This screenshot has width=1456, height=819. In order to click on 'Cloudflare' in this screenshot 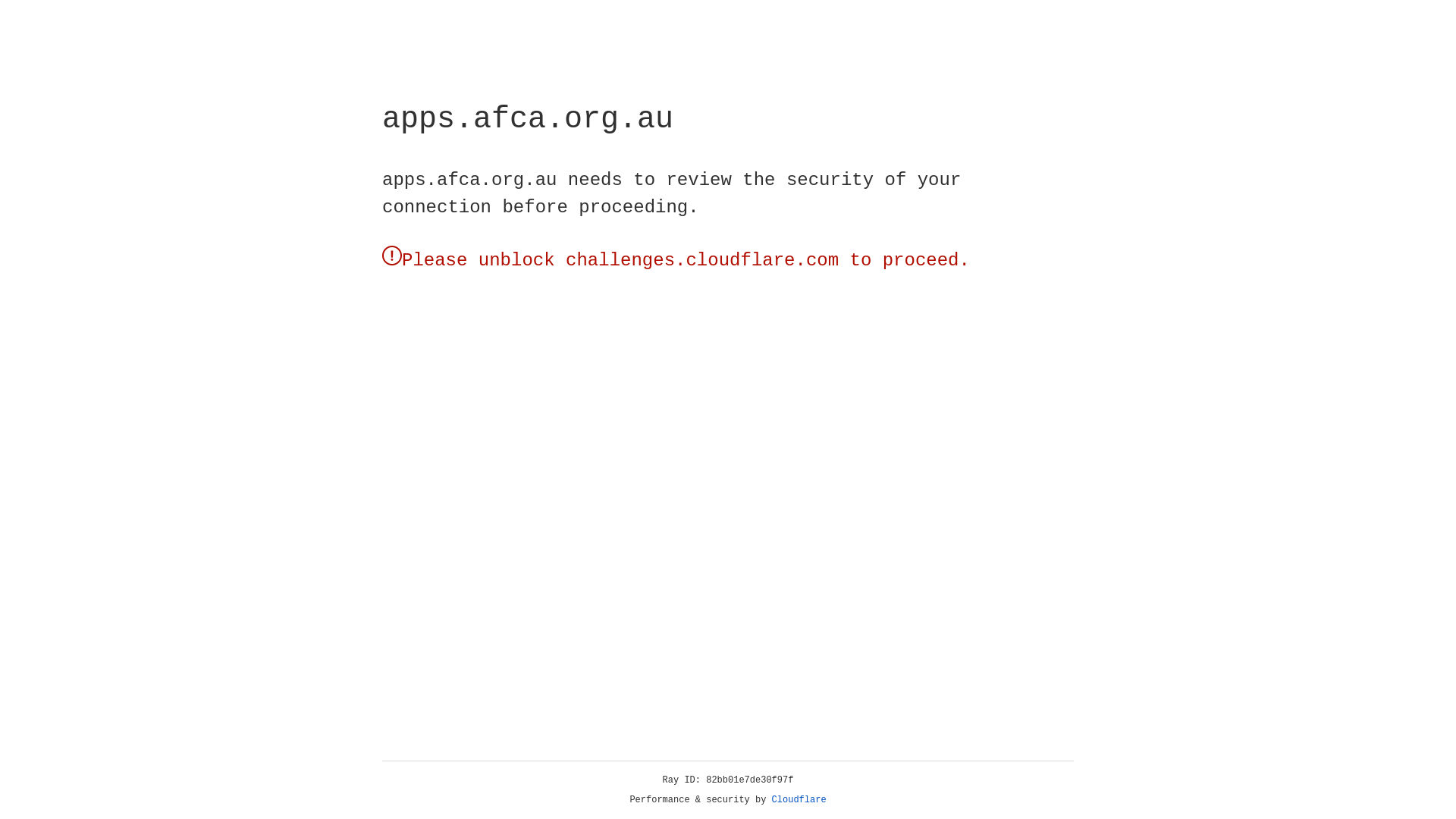, I will do `click(799, 799)`.